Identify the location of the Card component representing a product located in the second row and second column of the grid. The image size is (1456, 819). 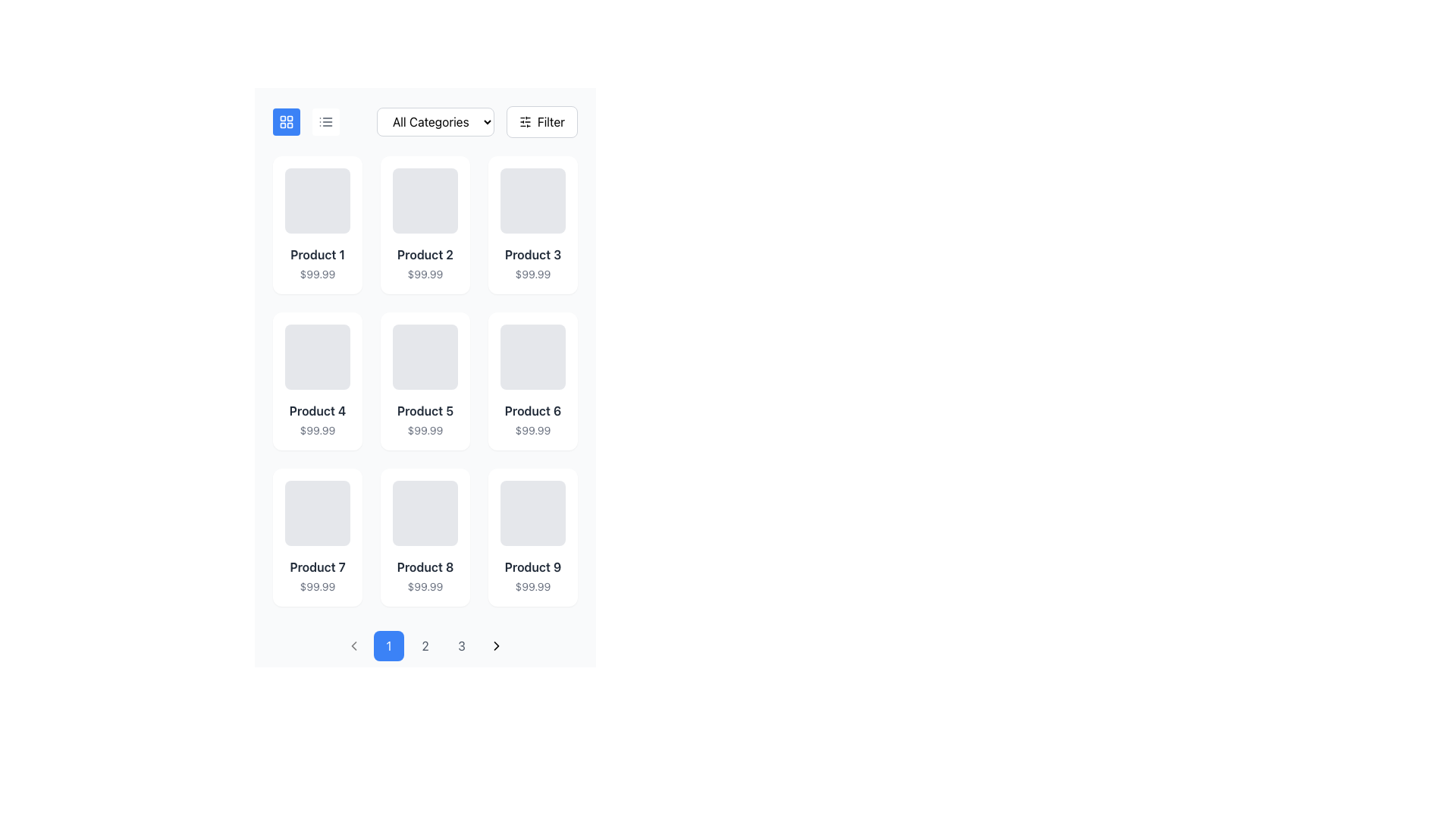
(425, 380).